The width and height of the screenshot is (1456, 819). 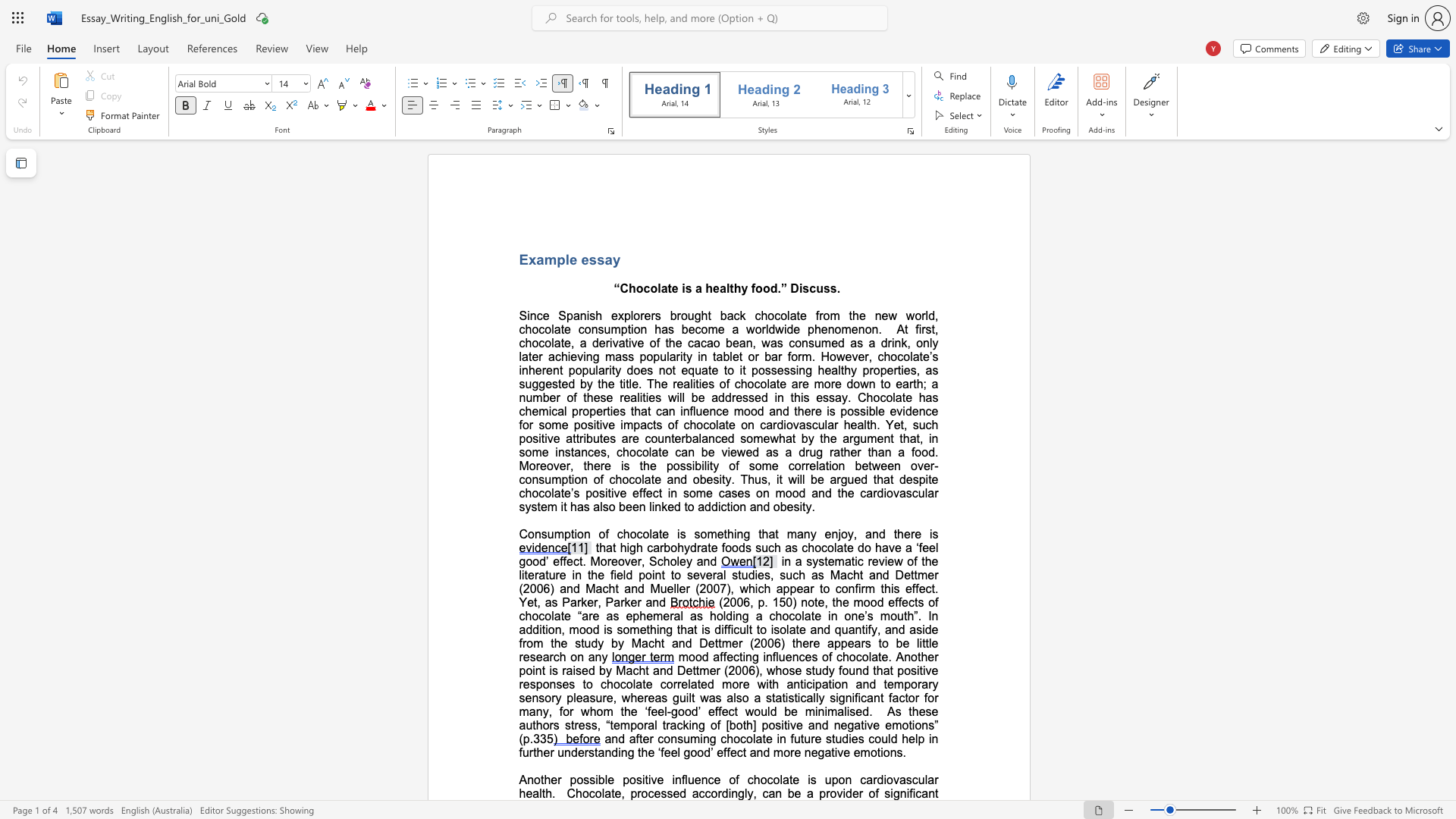 What do you see at coordinates (563, 343) in the screenshot?
I see `the subset text "e, a derivative of the cacao bean, was consumed as a drink, only later achieving mass popularity in tablet or bar form. However, chocolate’s inherent popu" within the text "At first, chocolate, a derivative of the cacao bean, was consumed as a drink, only later achieving mass popularity in tablet or bar form. However, chocolate’s inherent popularity does not equate to it"` at bounding box center [563, 343].